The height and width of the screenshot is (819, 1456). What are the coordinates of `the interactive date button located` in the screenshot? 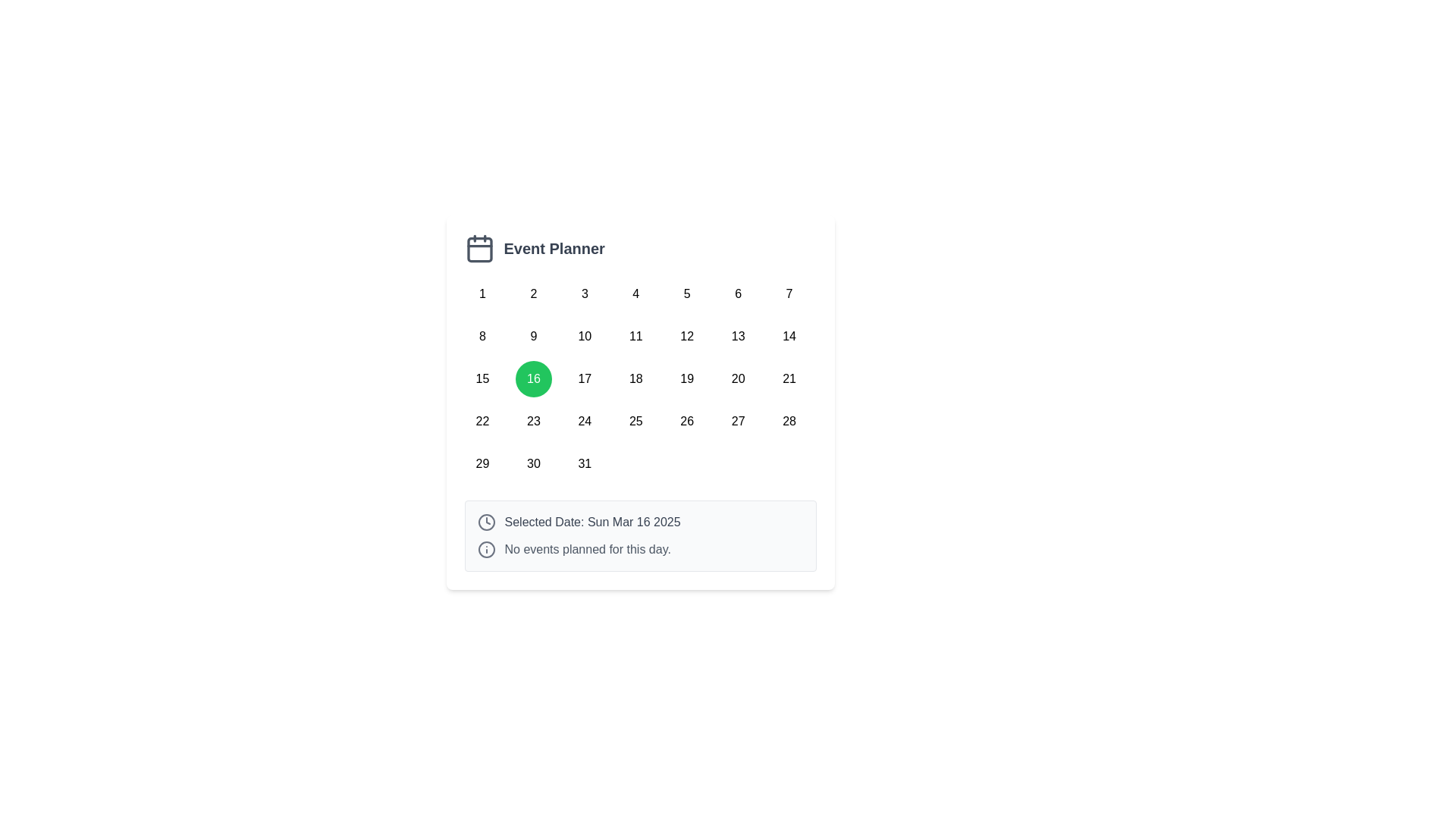 It's located at (584, 294).